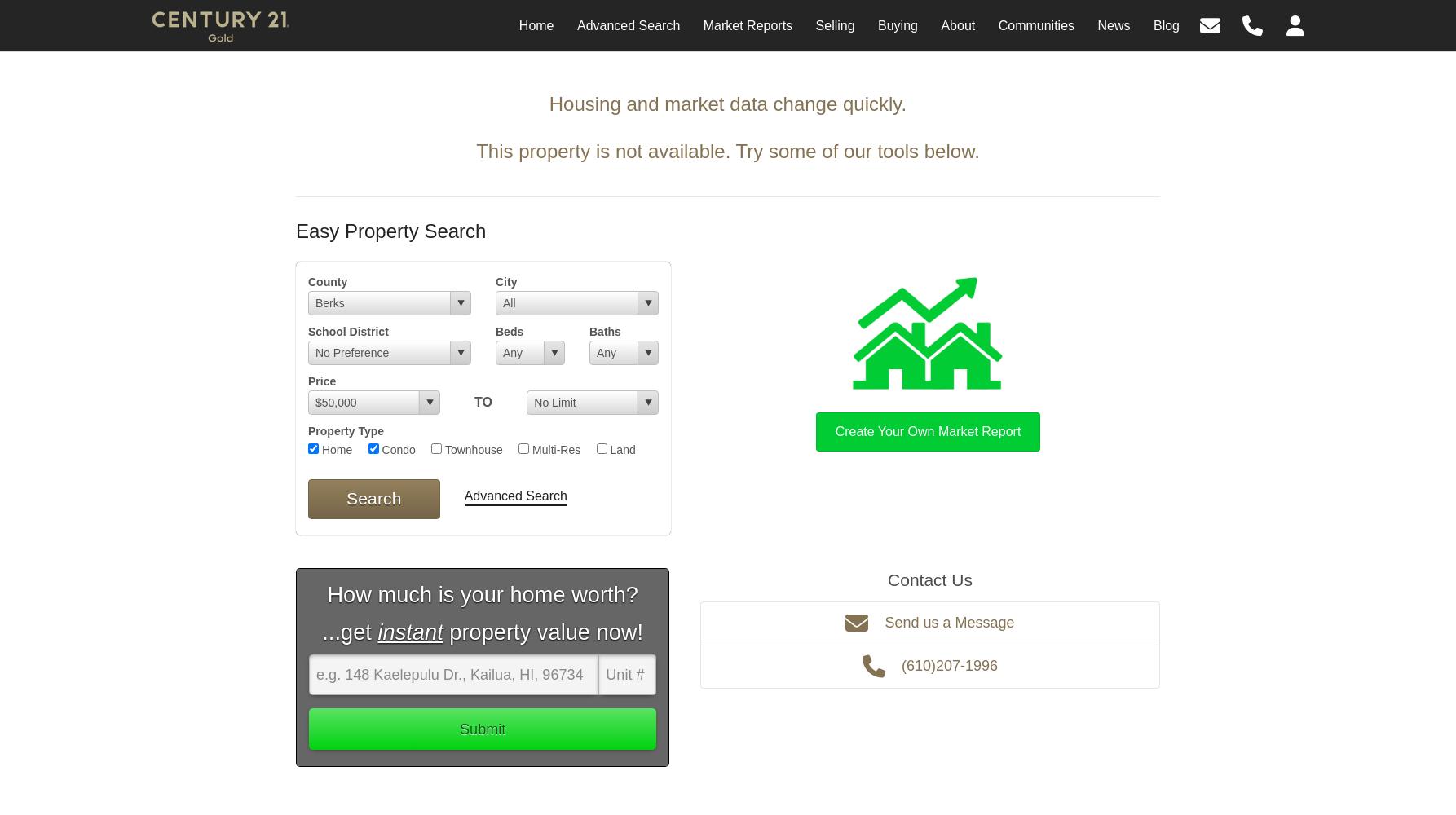 Image resolution: width=1456 pixels, height=815 pixels. I want to click on 'Multi-Res', so click(554, 450).